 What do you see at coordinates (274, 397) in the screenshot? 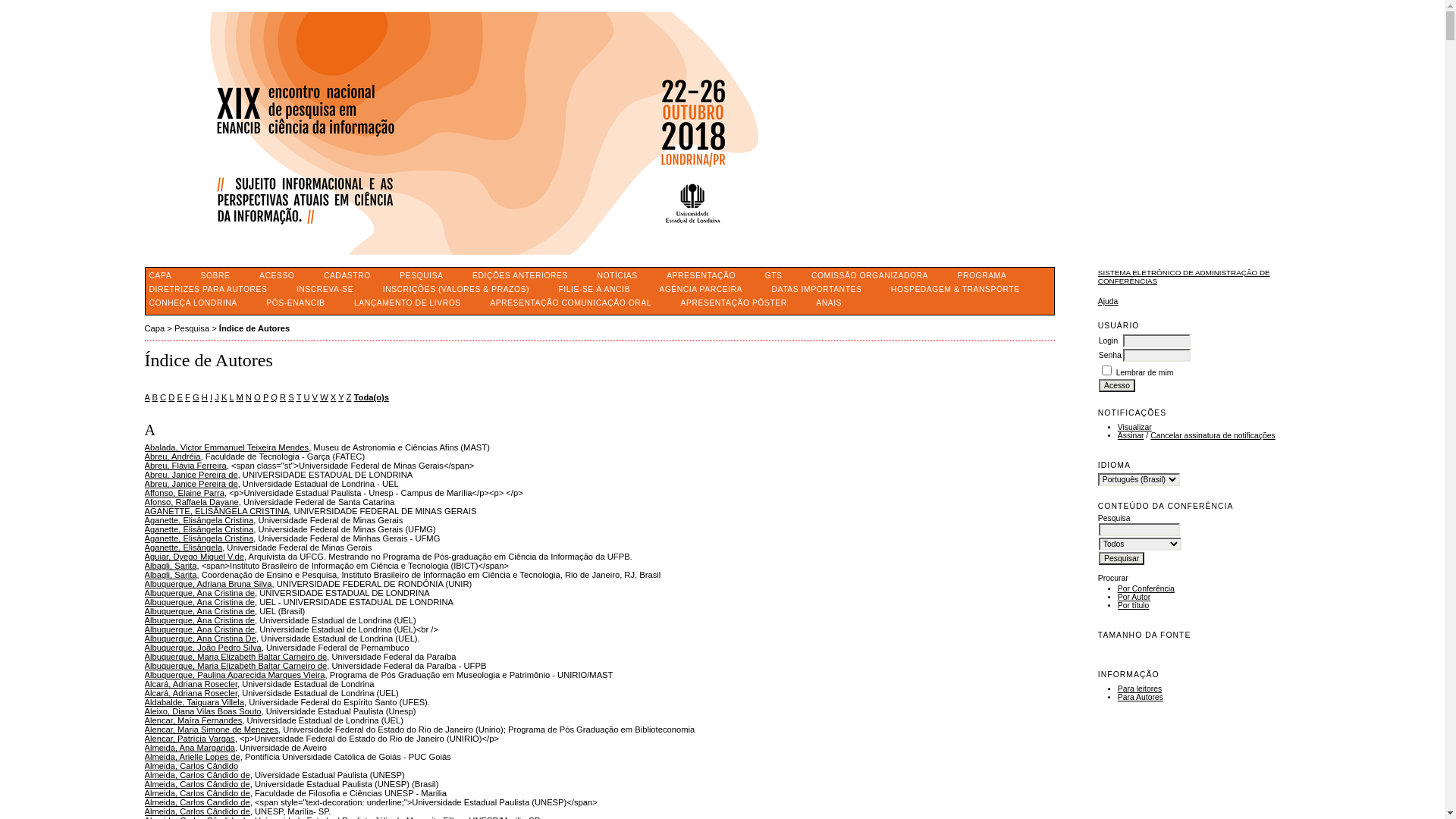
I see `'Q'` at bounding box center [274, 397].